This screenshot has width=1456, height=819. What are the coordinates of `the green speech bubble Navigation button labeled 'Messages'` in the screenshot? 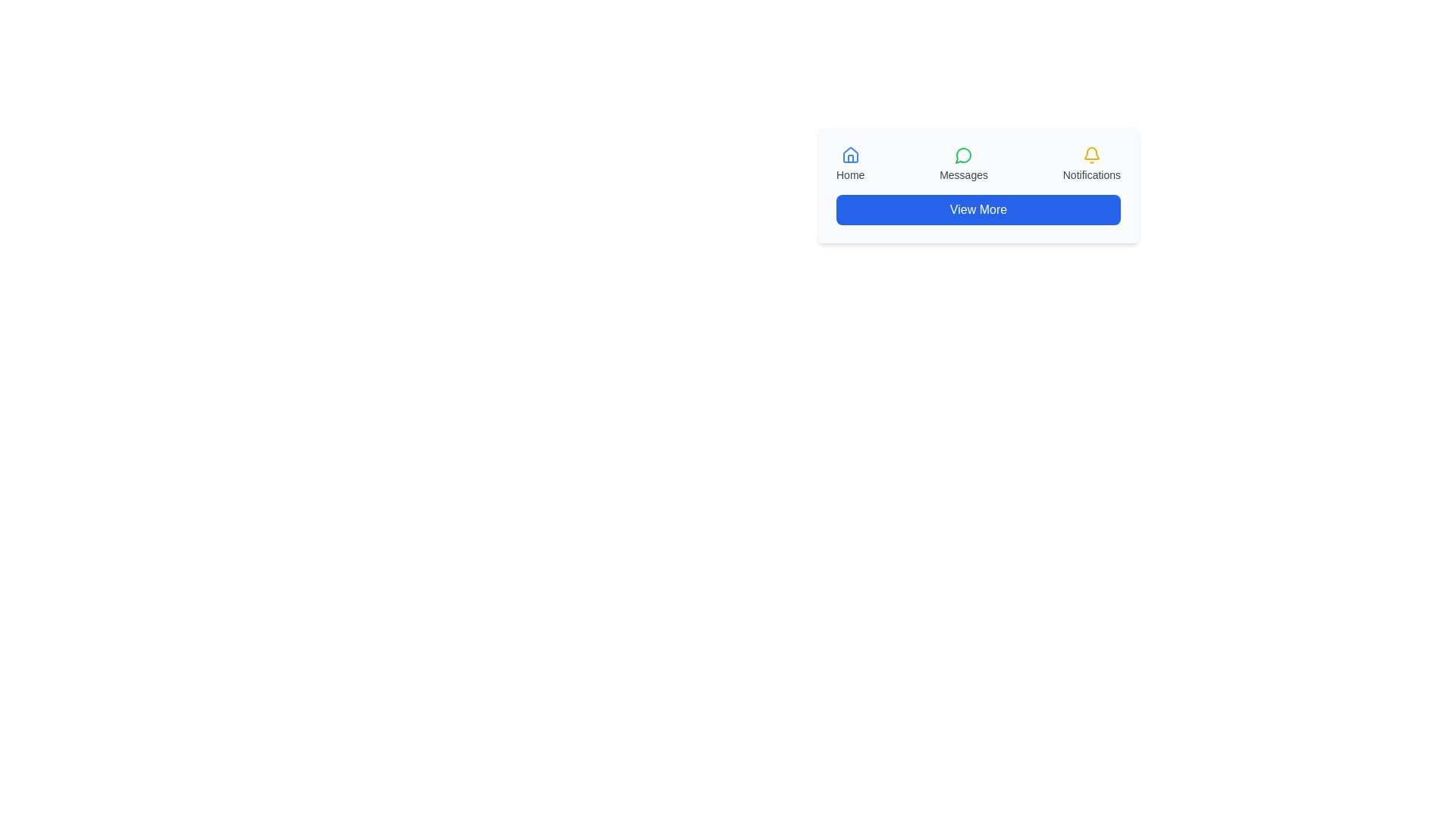 It's located at (963, 164).